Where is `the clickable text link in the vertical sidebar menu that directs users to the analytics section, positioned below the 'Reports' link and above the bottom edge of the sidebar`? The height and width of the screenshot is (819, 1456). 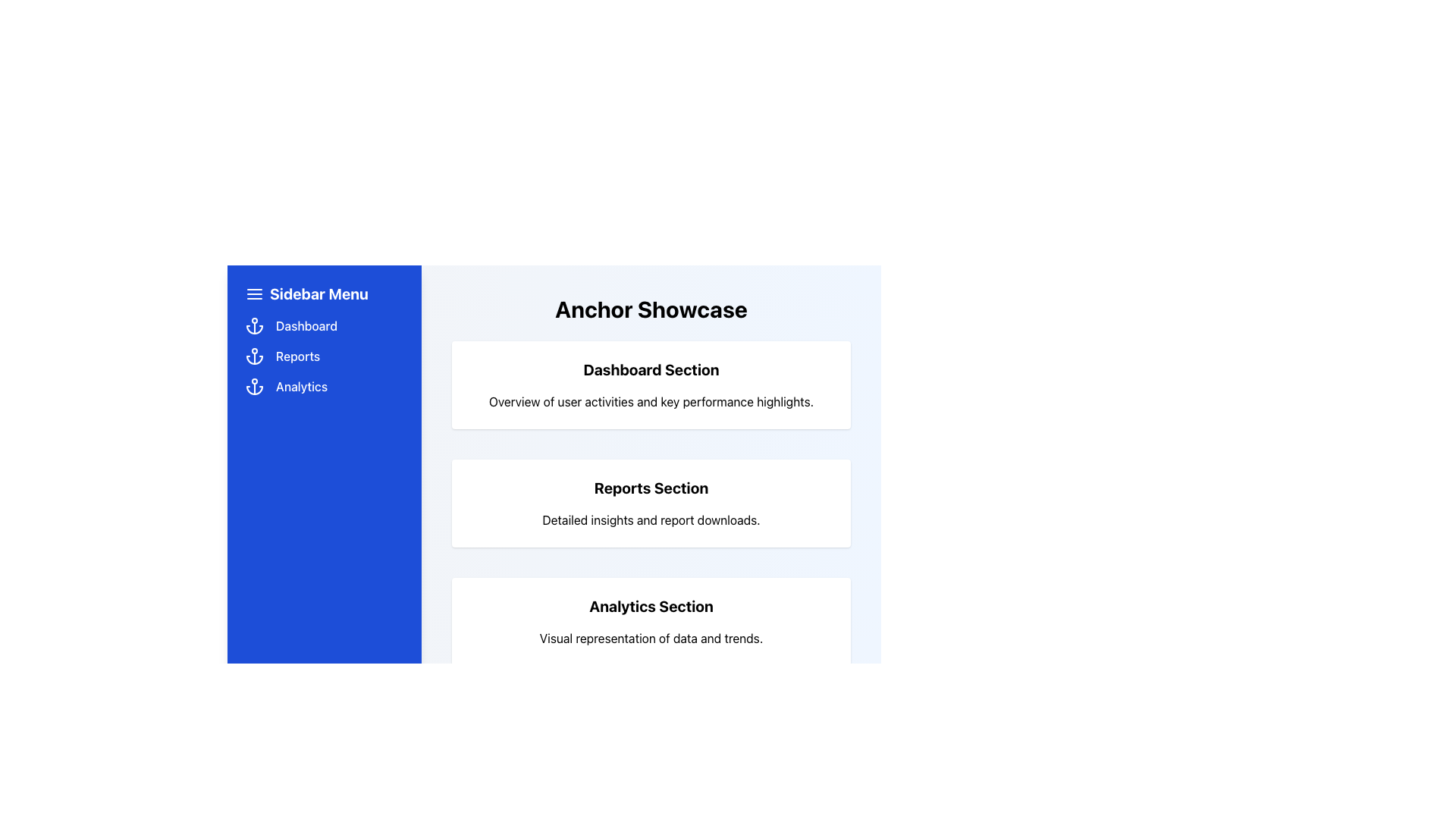
the clickable text link in the vertical sidebar menu that directs users to the analytics section, positioned below the 'Reports' link and above the bottom edge of the sidebar is located at coordinates (302, 385).